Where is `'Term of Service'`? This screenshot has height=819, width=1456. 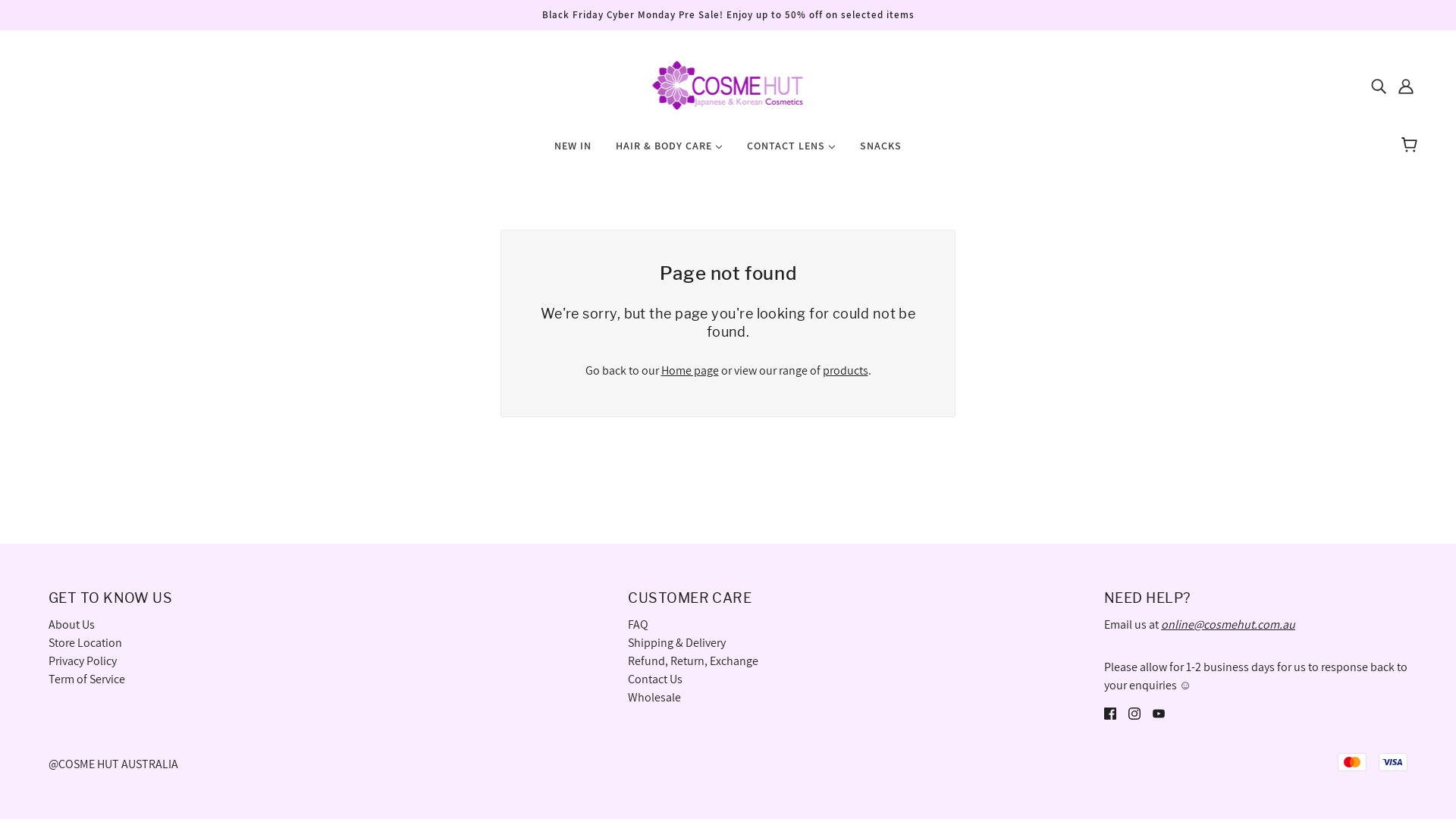
'Term of Service' is located at coordinates (86, 678).